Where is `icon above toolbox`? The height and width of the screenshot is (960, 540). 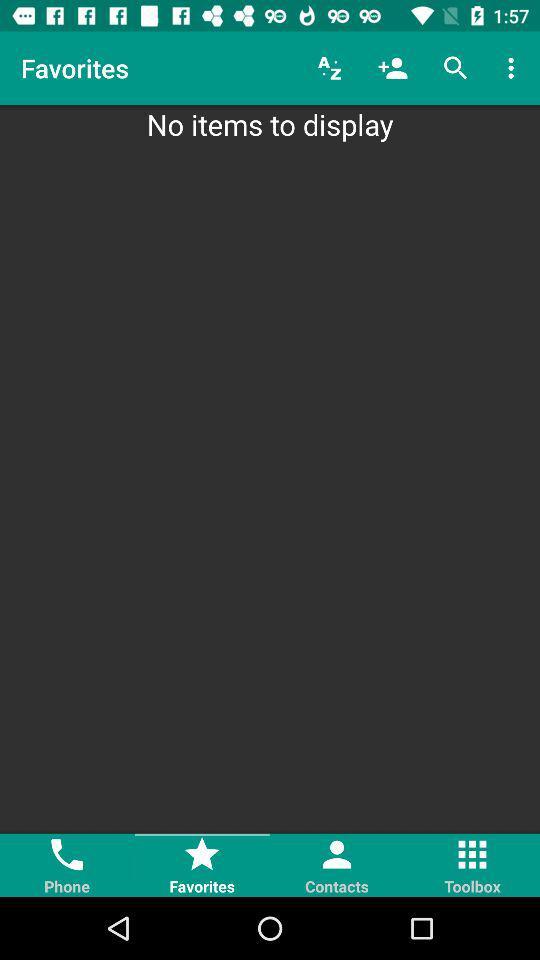
icon above toolbox is located at coordinates (472, 853).